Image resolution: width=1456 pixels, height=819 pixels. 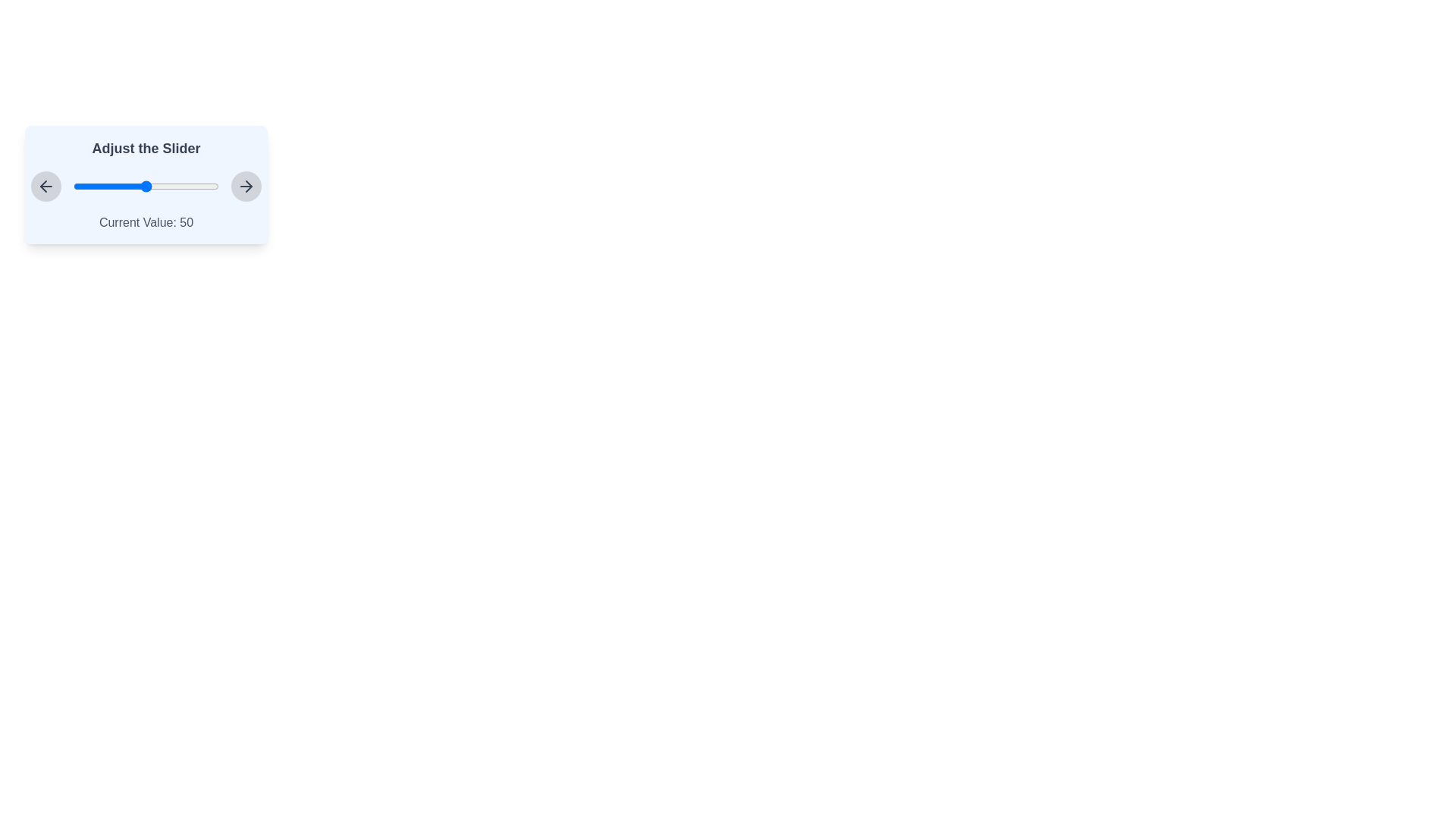 What do you see at coordinates (113, 186) in the screenshot?
I see `the slider` at bounding box center [113, 186].